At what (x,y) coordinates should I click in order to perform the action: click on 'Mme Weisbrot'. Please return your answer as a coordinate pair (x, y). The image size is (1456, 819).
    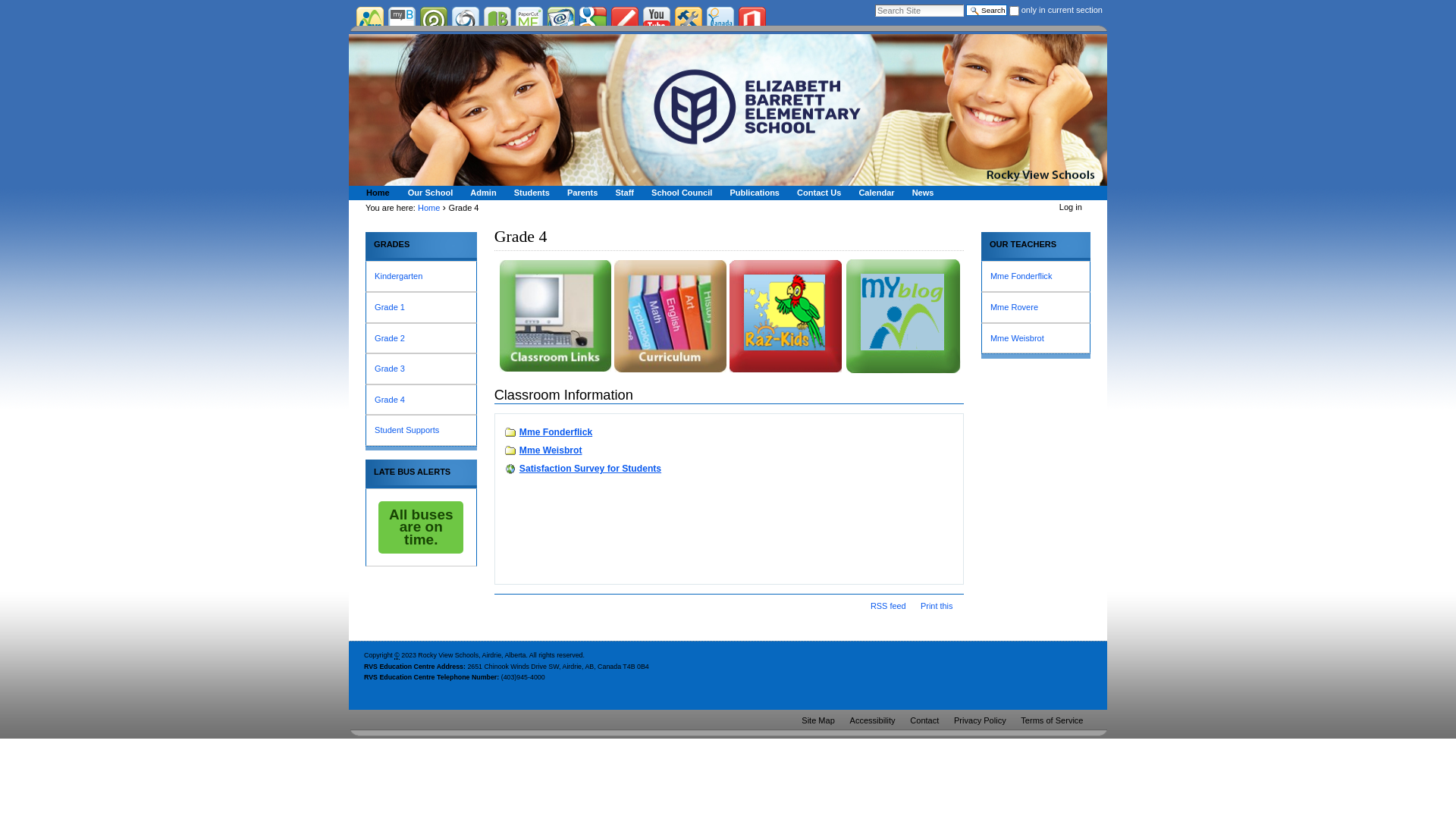
    Looking at the image, I should click on (543, 450).